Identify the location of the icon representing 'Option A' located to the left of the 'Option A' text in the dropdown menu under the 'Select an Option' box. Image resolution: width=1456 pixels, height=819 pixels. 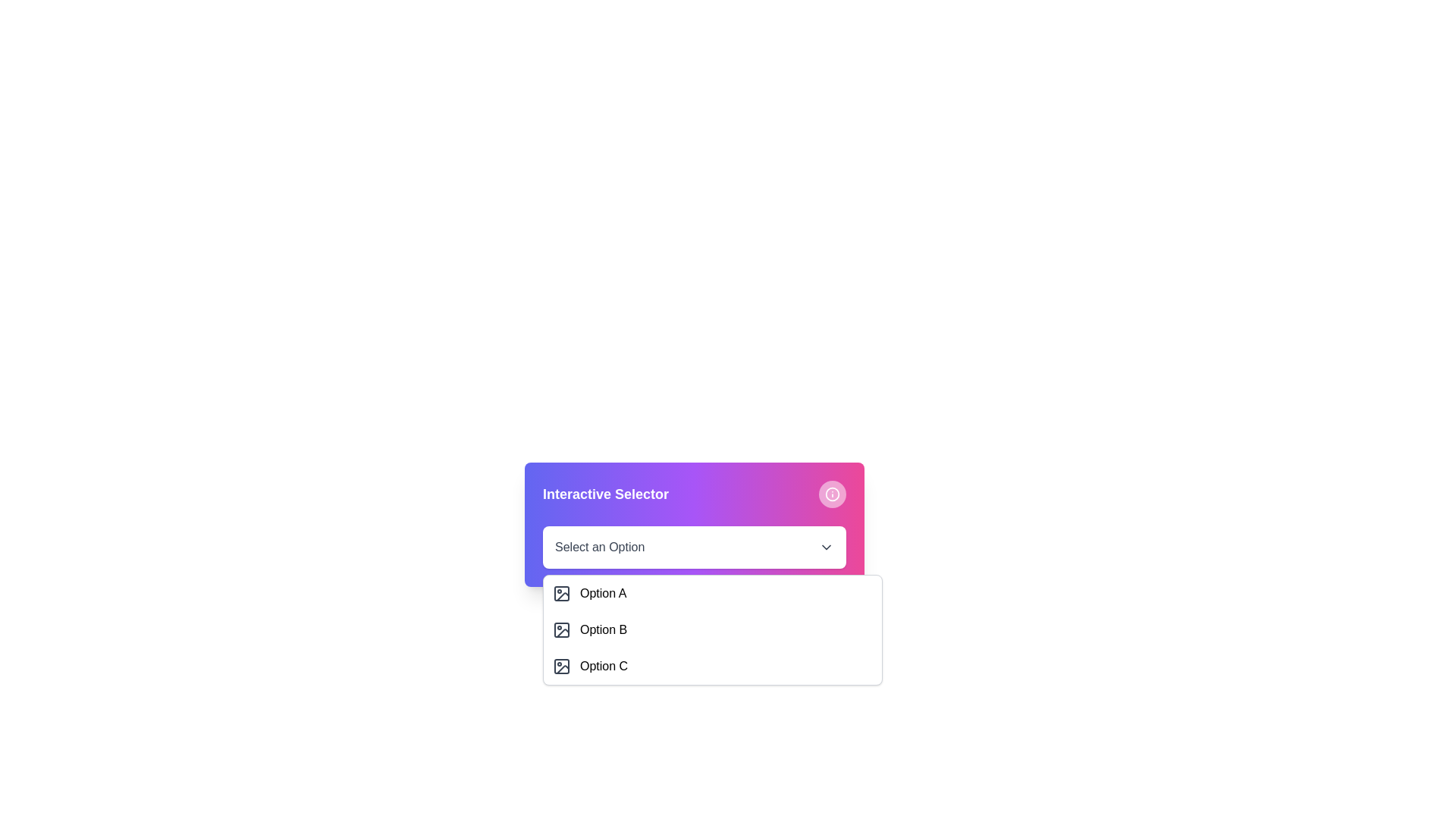
(560, 593).